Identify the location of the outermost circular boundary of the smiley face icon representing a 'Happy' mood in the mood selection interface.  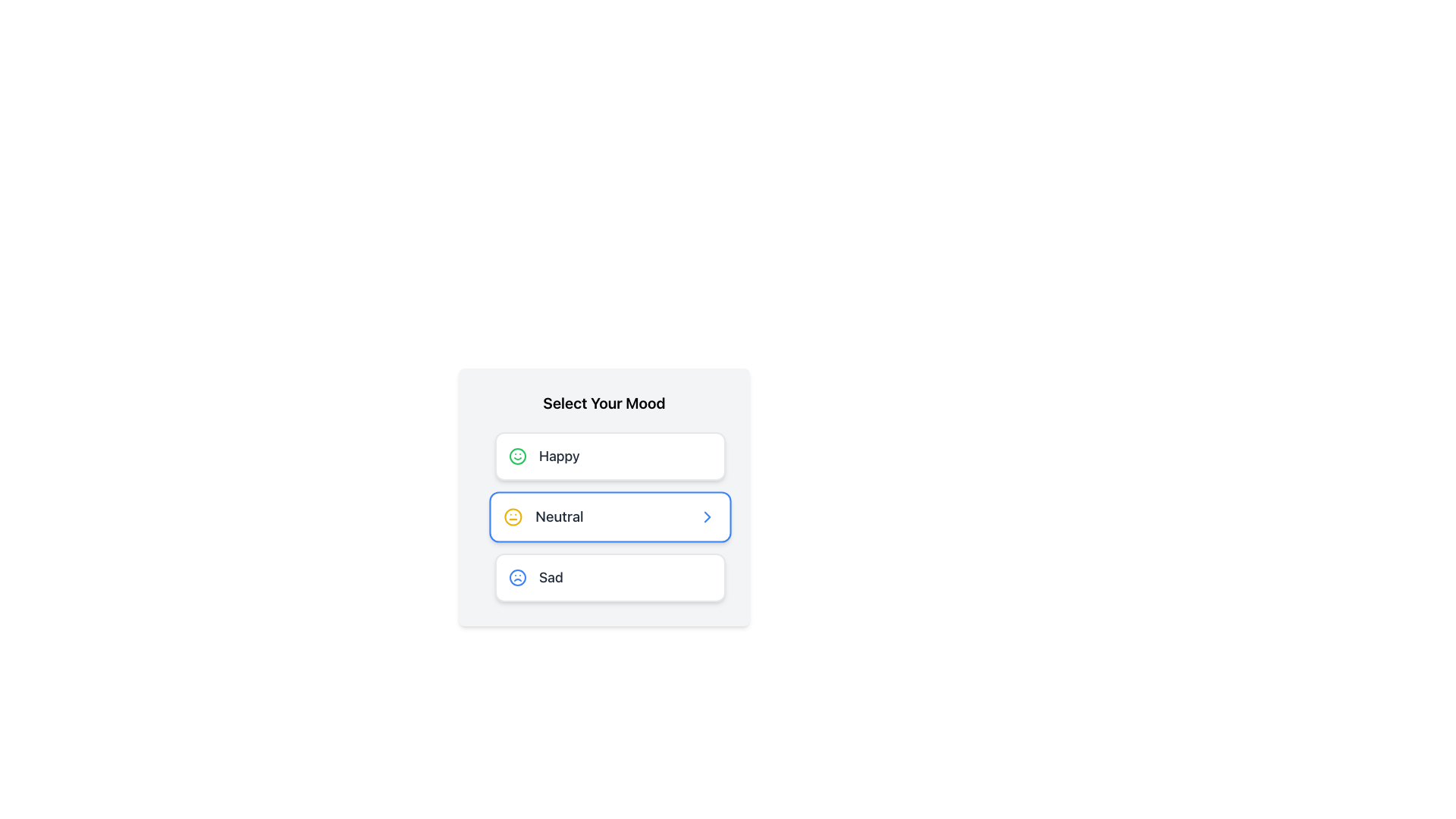
(517, 455).